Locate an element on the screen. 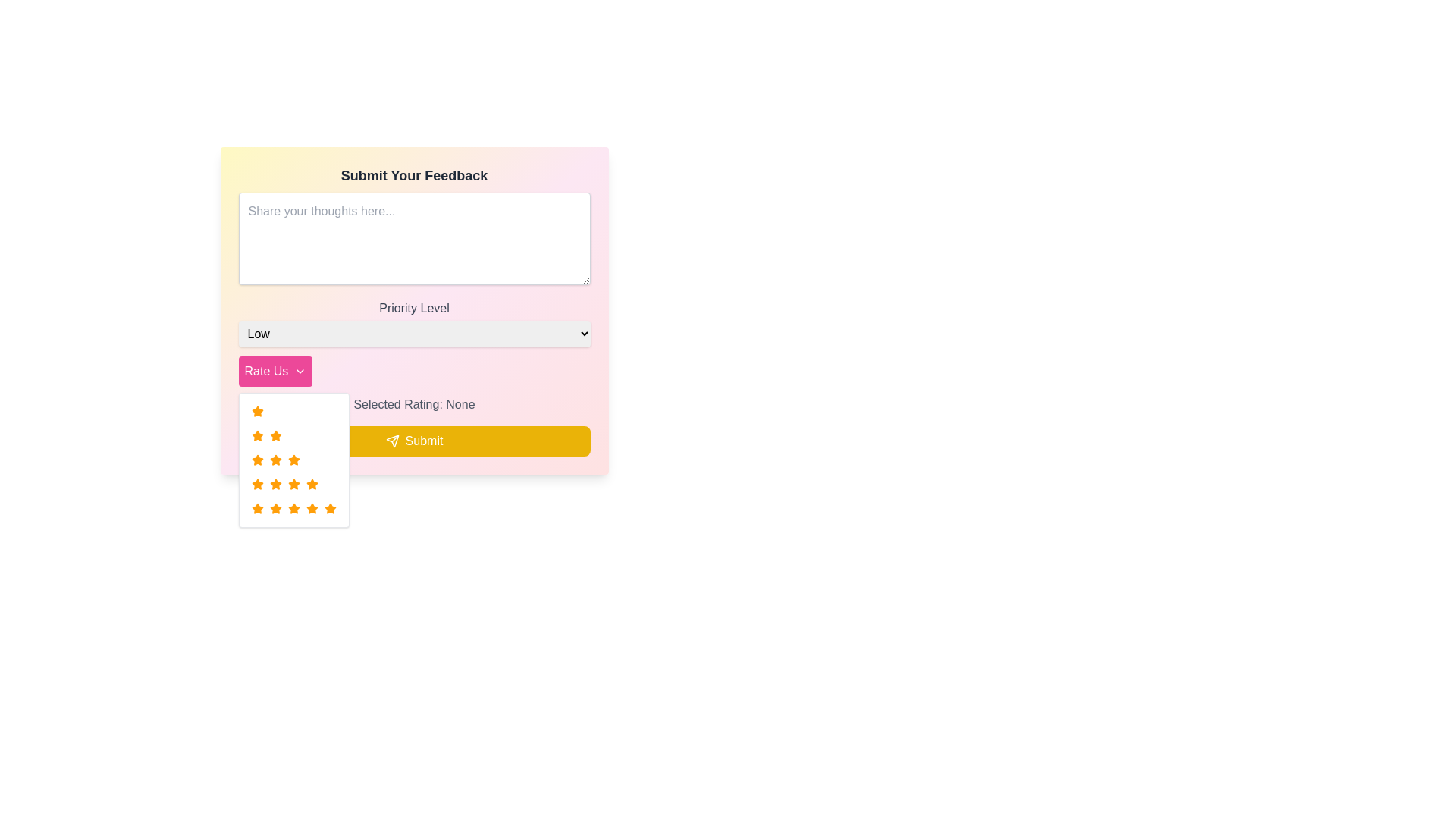  the orange star icon in the third column of the second row of the rating system is located at coordinates (275, 459).